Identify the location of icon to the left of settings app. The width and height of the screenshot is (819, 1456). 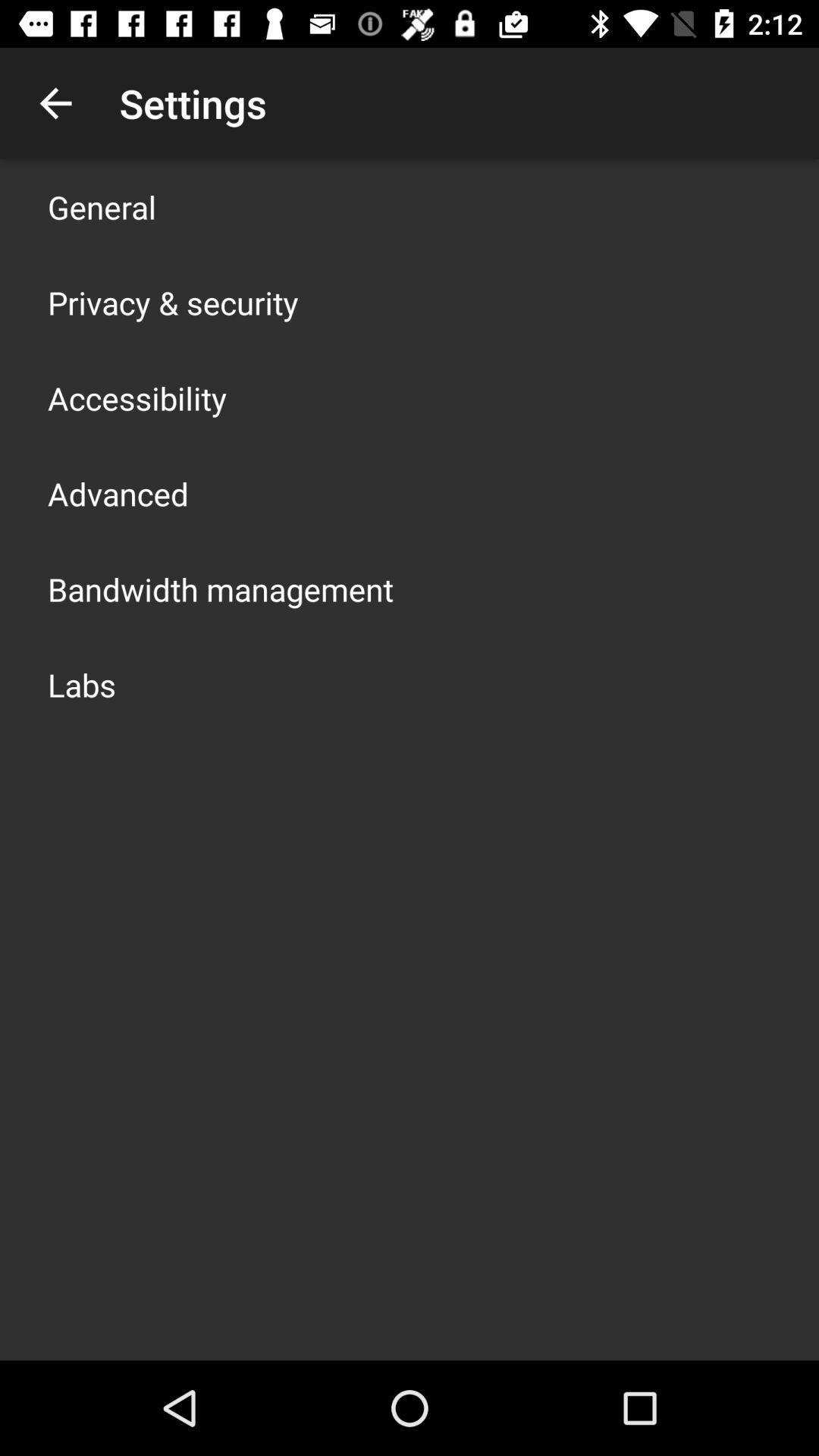
(55, 102).